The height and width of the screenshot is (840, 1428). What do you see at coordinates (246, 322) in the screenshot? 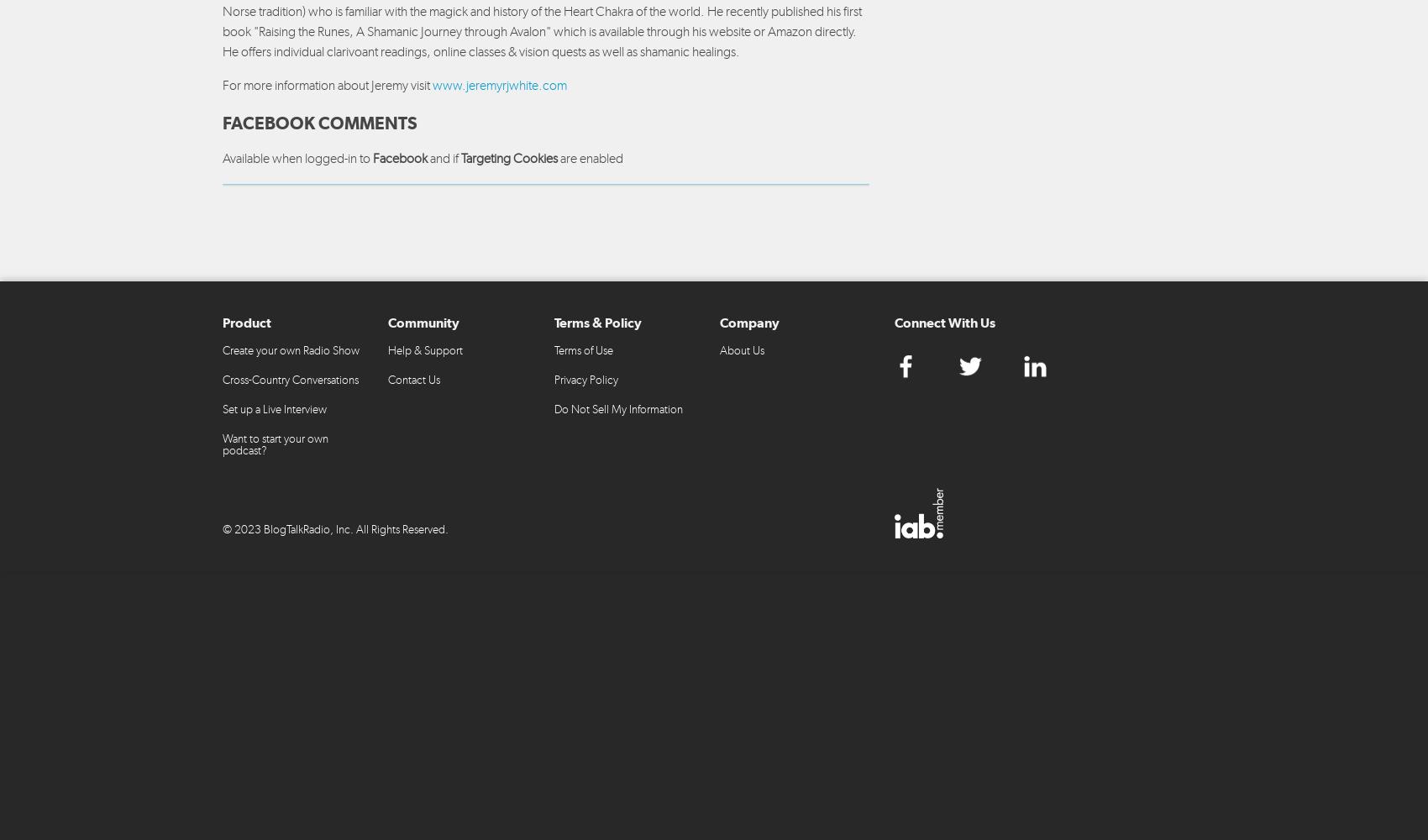
I see `'Product'` at bounding box center [246, 322].